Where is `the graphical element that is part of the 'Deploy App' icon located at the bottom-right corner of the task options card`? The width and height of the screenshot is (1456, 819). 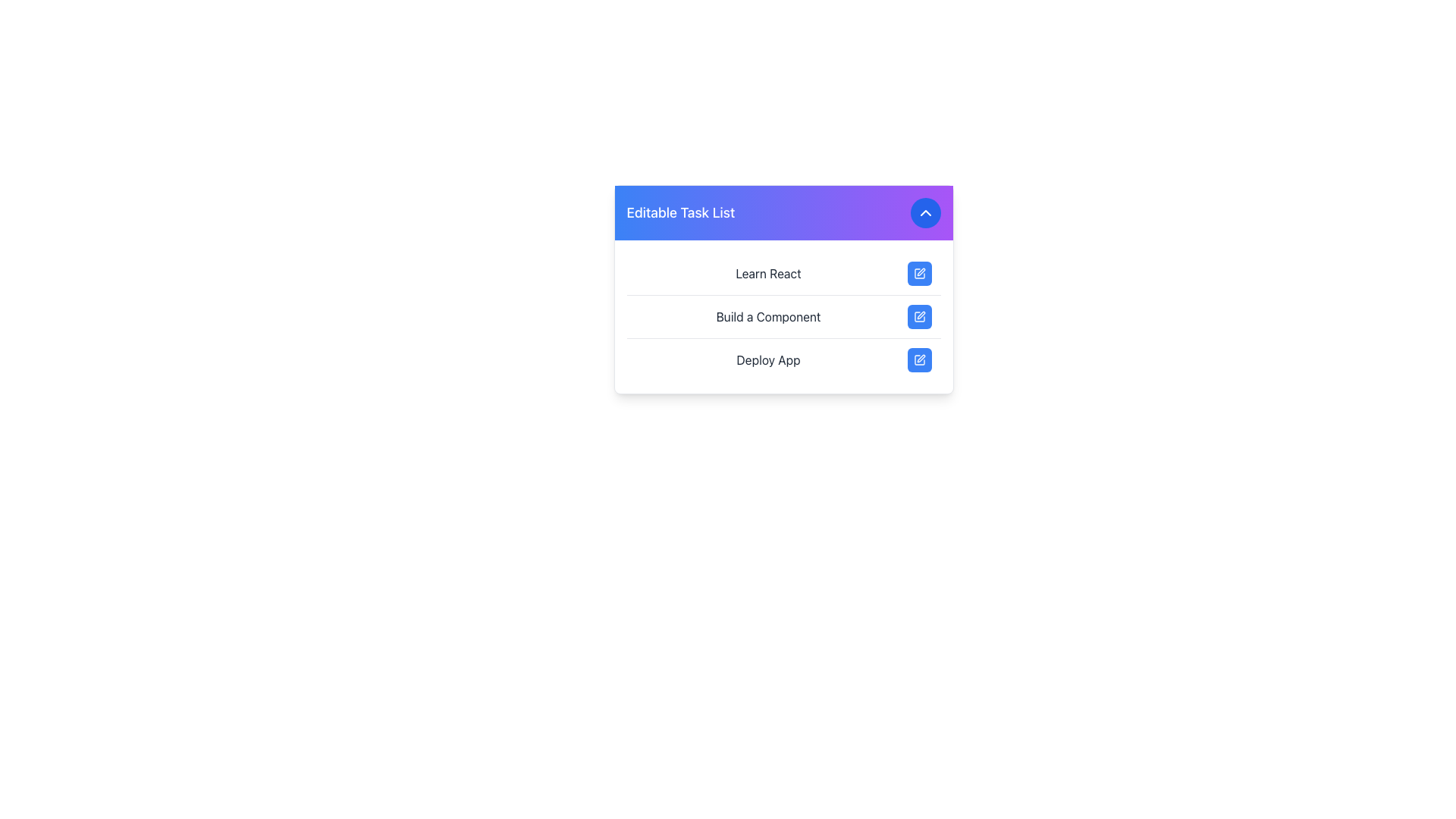 the graphical element that is part of the 'Deploy App' icon located at the bottom-right corner of the task options card is located at coordinates (918, 359).